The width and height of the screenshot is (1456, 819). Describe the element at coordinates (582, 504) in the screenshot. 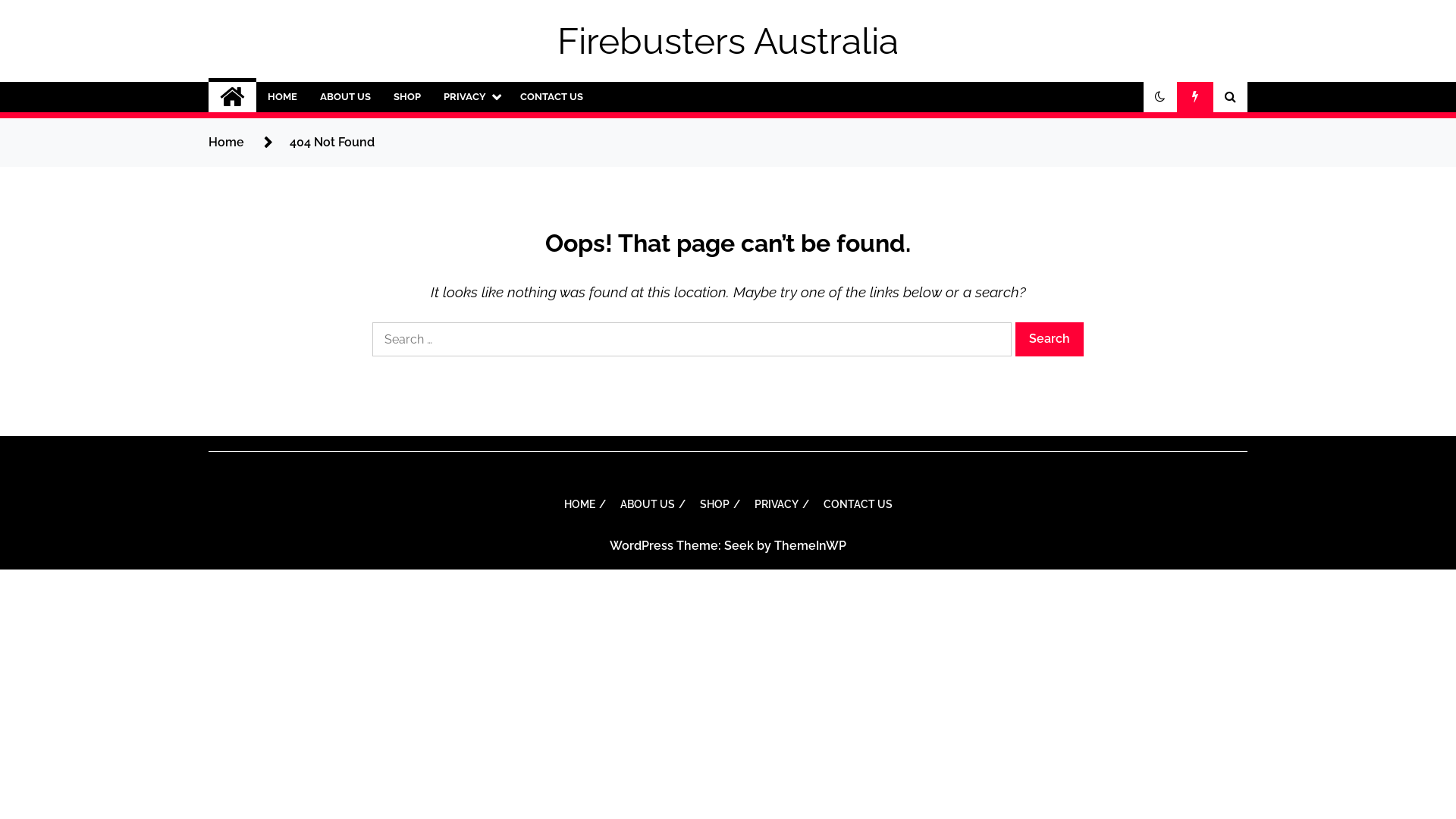

I see `'HOME'` at that location.